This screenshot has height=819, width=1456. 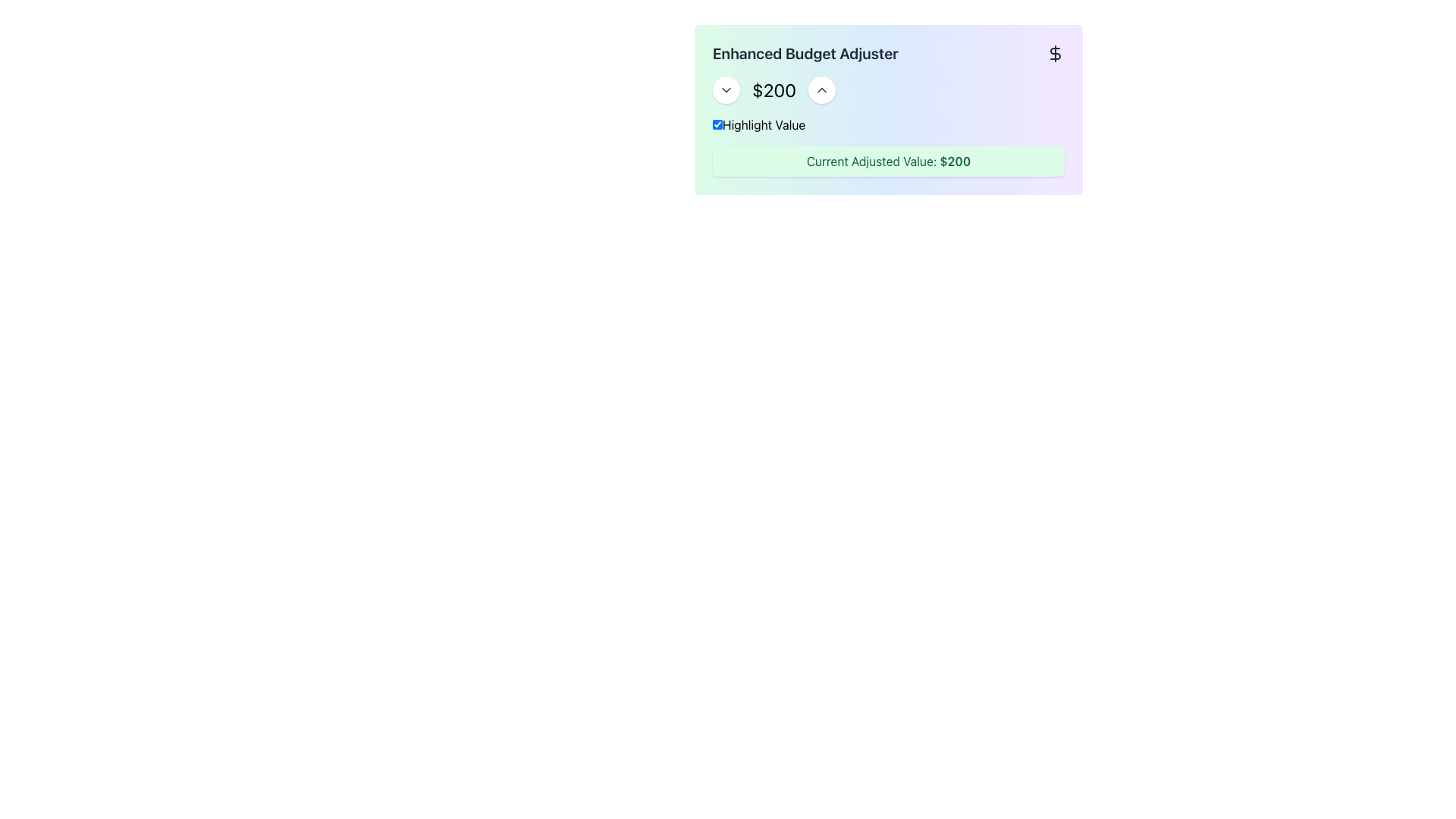 I want to click on the Text Display that visually displays the current monetary value or adjustment amount, centrally positioned between decrement and increment buttons, so click(x=774, y=90).